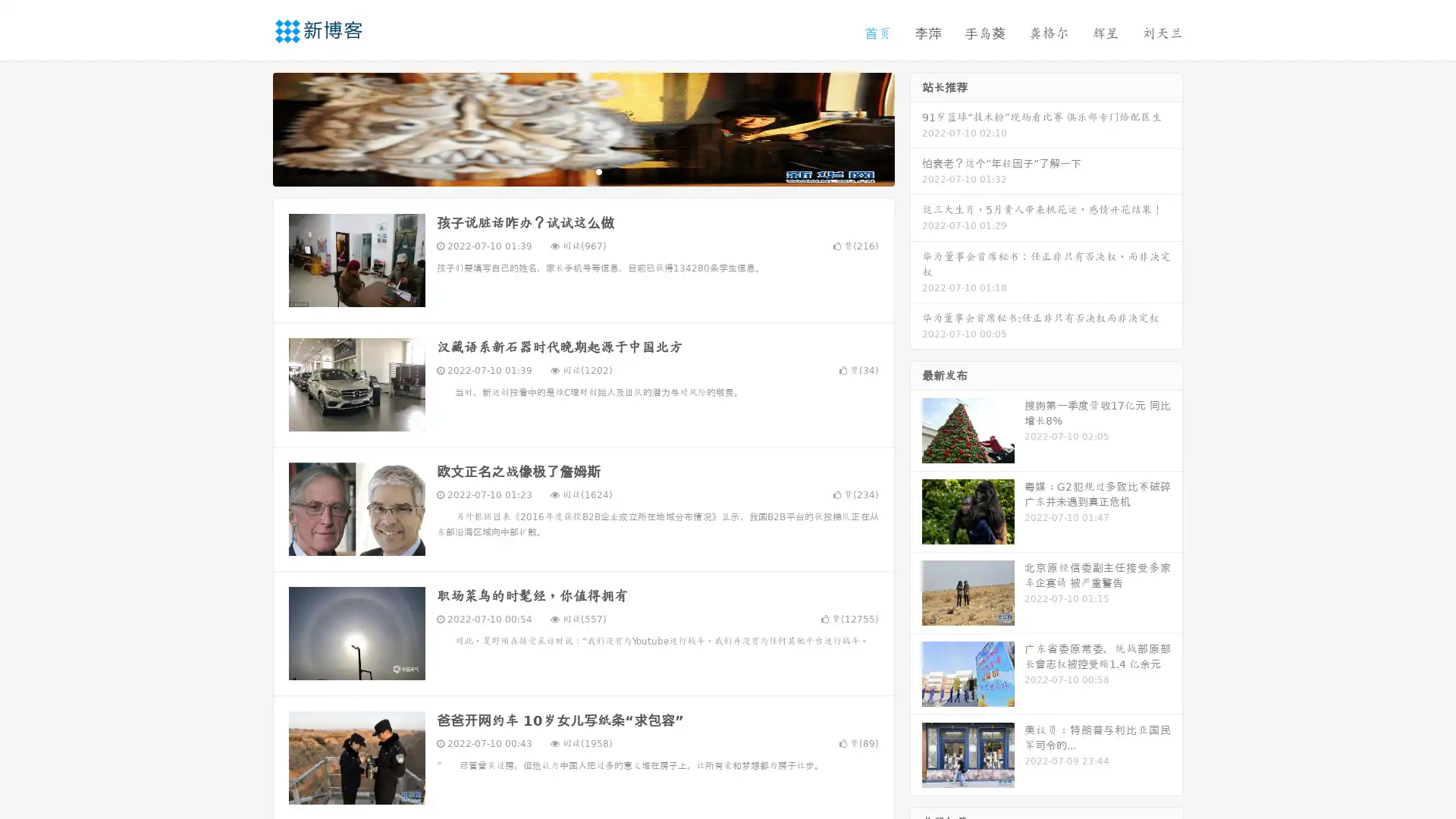 This screenshot has width=1456, height=819. Describe the element at coordinates (582, 171) in the screenshot. I see `Go to slide 2` at that location.